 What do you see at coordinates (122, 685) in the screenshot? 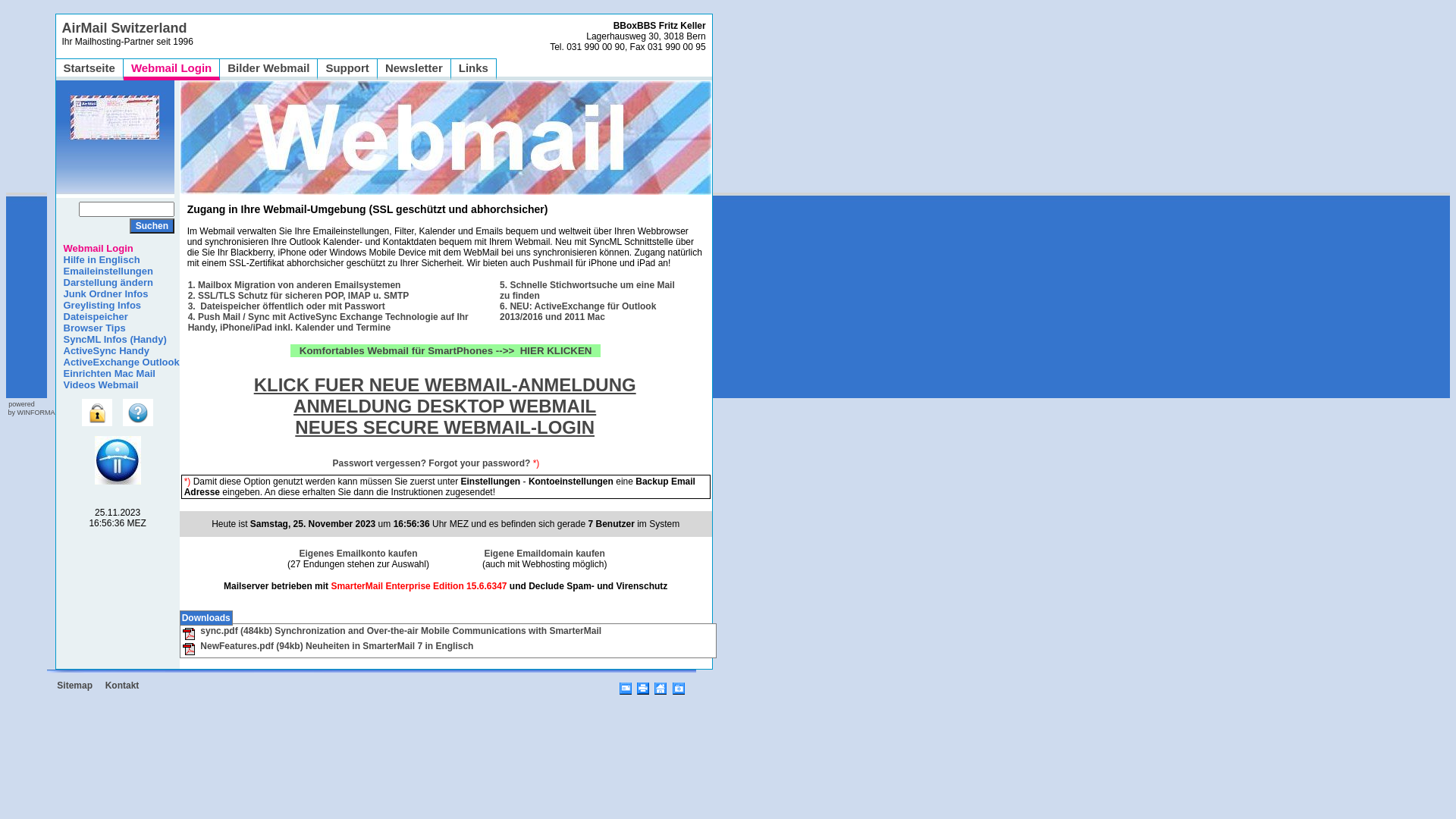
I see `'Kontakt'` at bounding box center [122, 685].